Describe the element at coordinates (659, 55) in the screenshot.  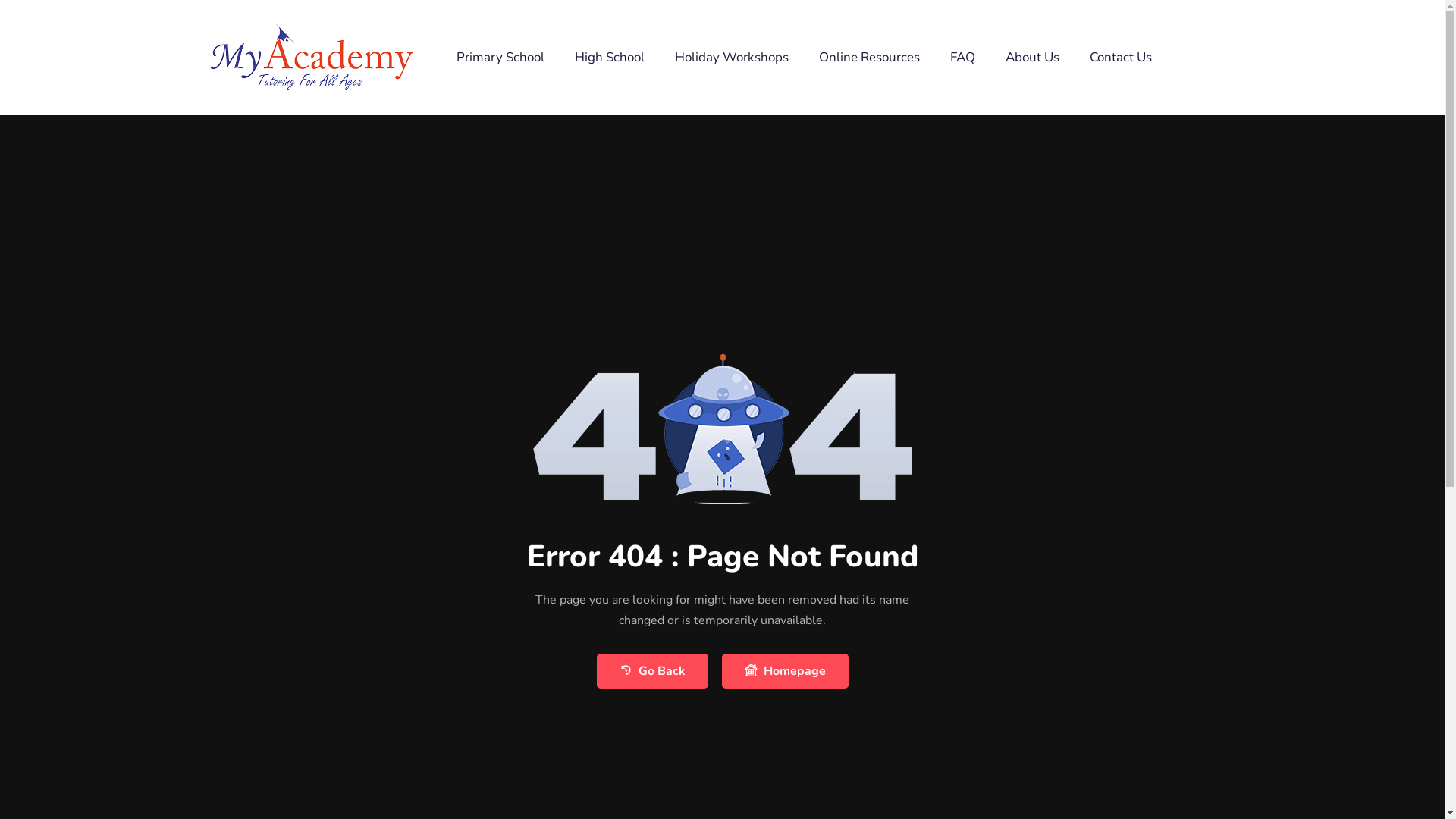
I see `'Holiday Workshops'` at that location.